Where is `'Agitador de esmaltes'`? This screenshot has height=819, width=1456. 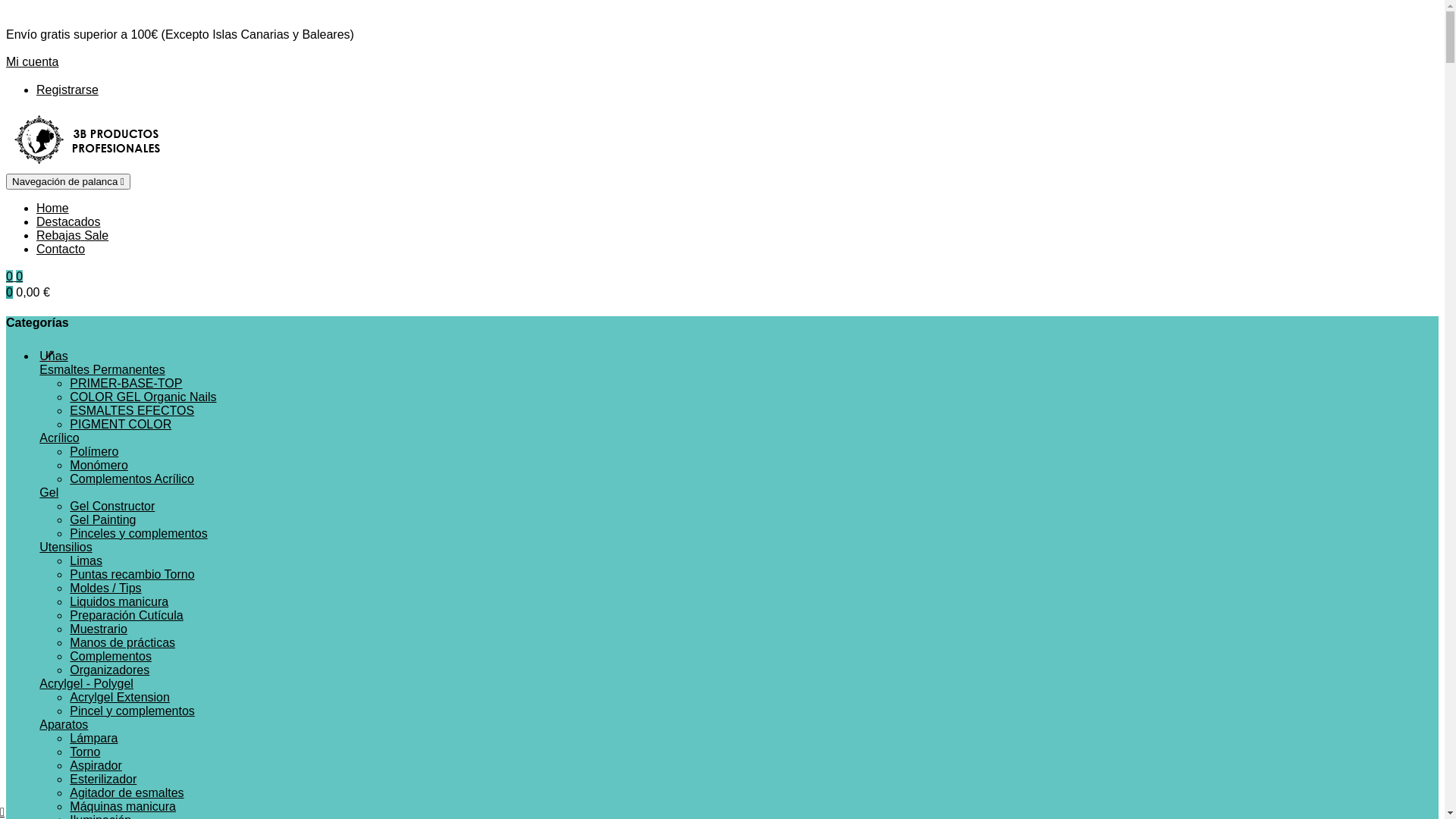 'Agitador de esmaltes' is located at coordinates (127, 792).